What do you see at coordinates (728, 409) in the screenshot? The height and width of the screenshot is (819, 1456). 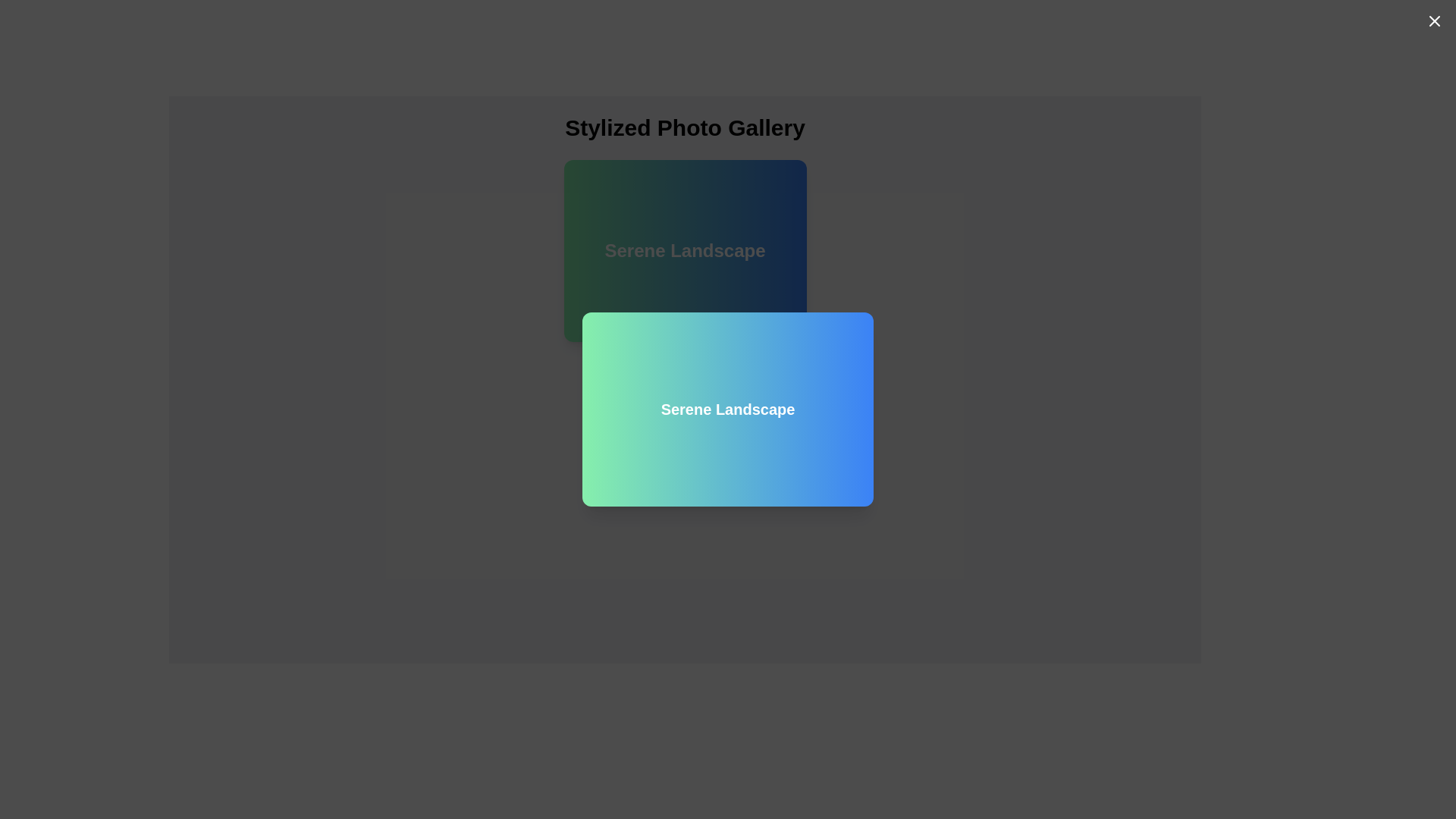 I see `the Interactive visual card displaying 'Serene Landscape', which is the largest and most visually distinct element in its modal layout` at bounding box center [728, 409].